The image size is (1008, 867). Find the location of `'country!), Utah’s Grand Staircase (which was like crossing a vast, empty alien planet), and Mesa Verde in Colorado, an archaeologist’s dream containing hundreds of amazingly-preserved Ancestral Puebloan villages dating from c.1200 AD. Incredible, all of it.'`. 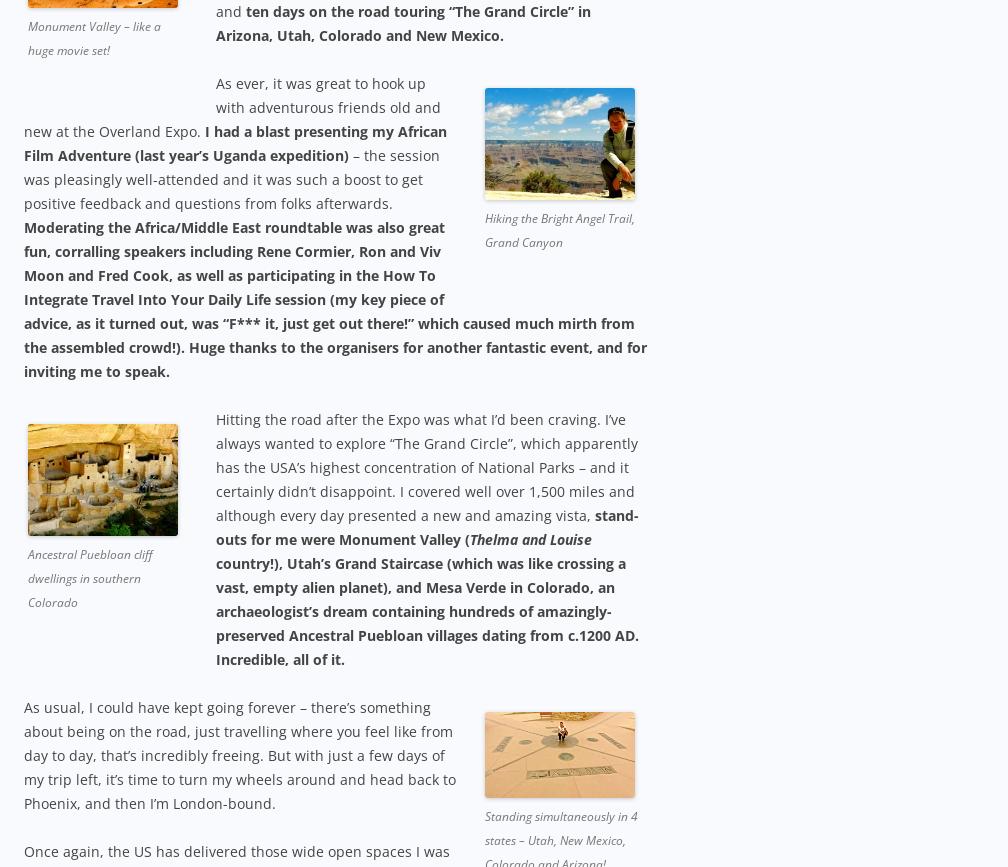

'country!), Utah’s Grand Staircase (which was like crossing a vast, empty alien planet), and Mesa Verde in Colorado, an archaeologist’s dream containing hundreds of amazingly-preserved Ancestral Puebloan villages dating from c.1200 AD. Incredible, all of it.' is located at coordinates (427, 609).